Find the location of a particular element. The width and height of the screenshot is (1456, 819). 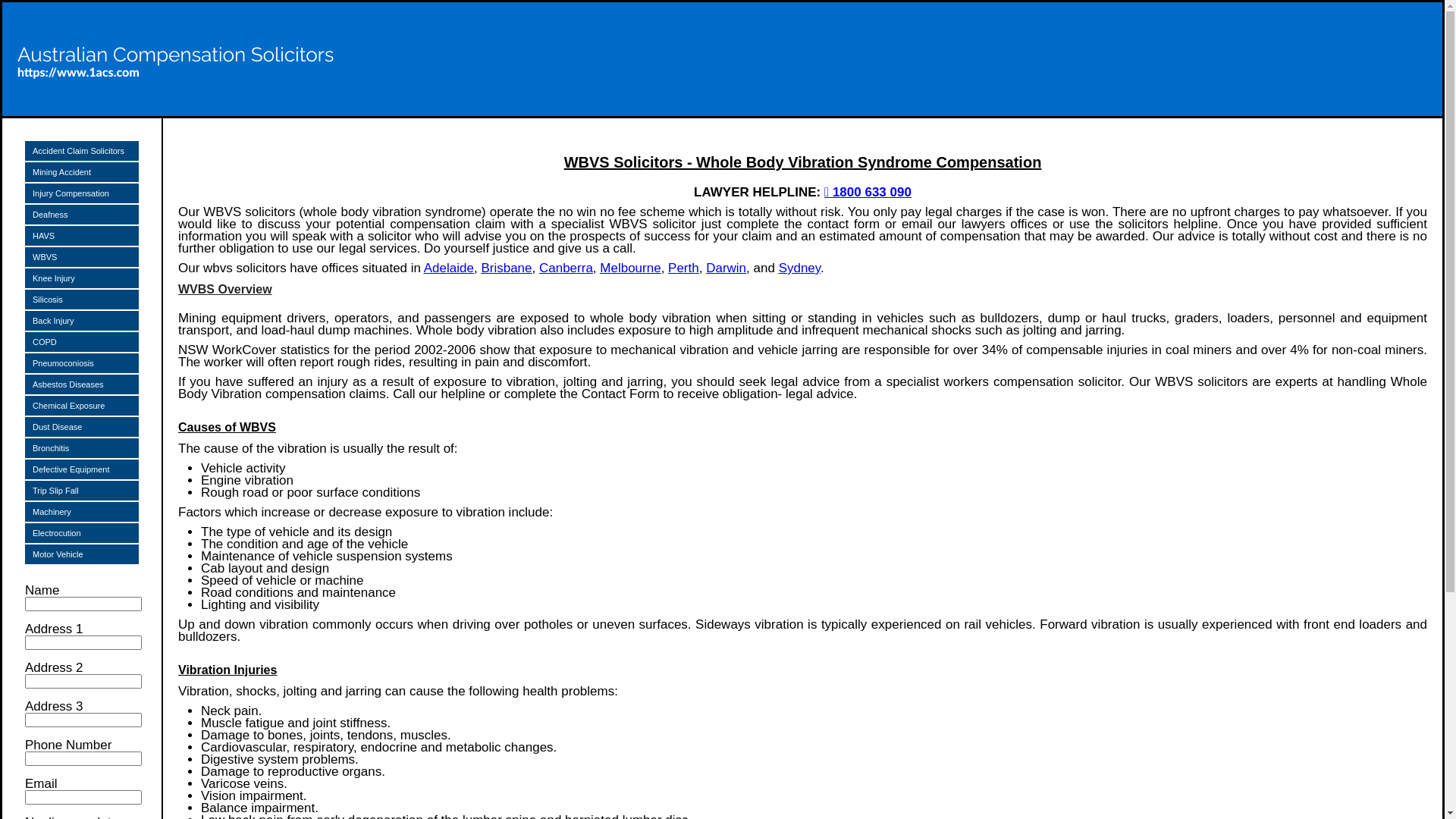

'Electrocution' is located at coordinates (25, 532).